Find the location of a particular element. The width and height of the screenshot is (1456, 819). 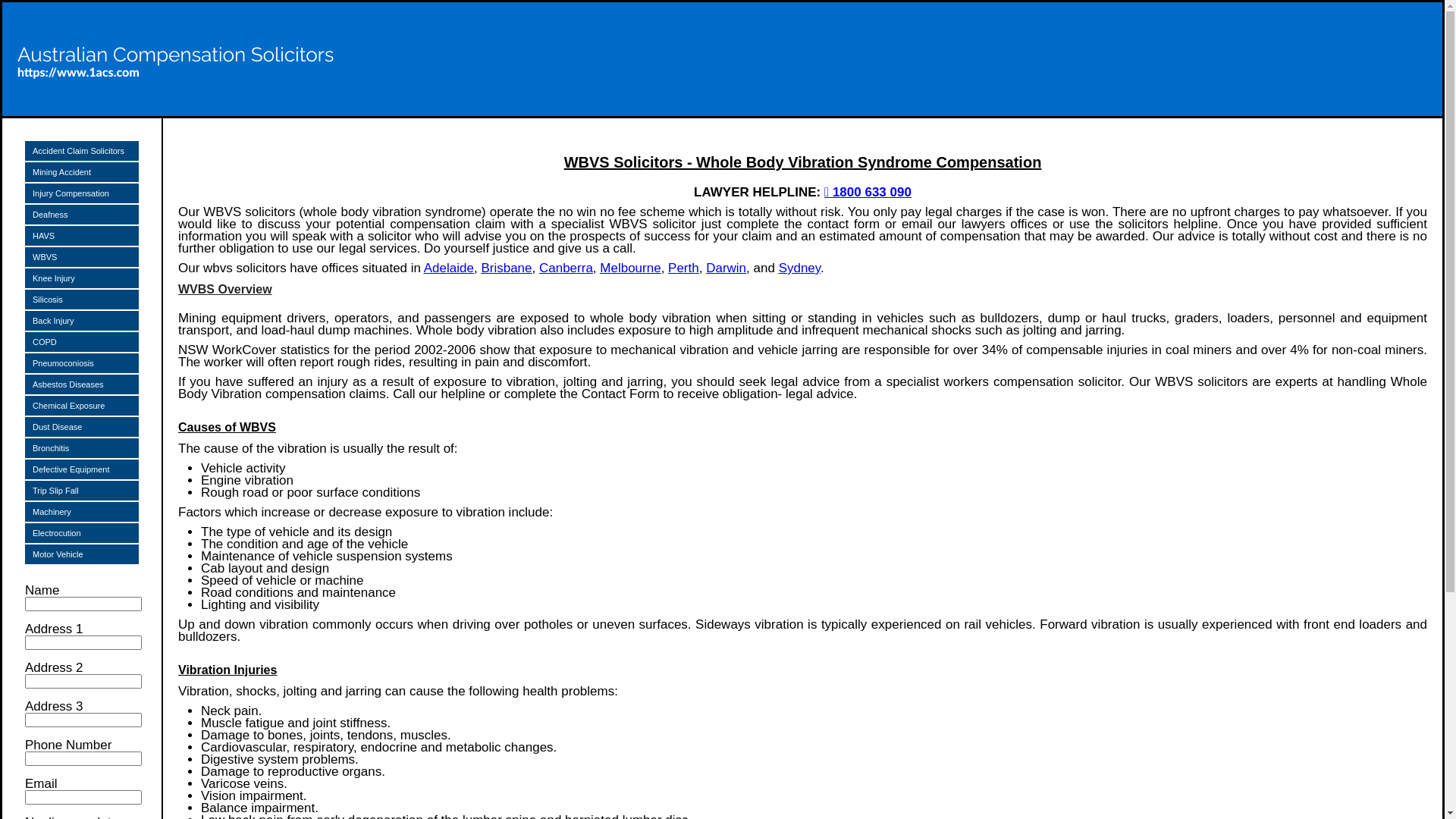

'Electrocution' is located at coordinates (25, 532).